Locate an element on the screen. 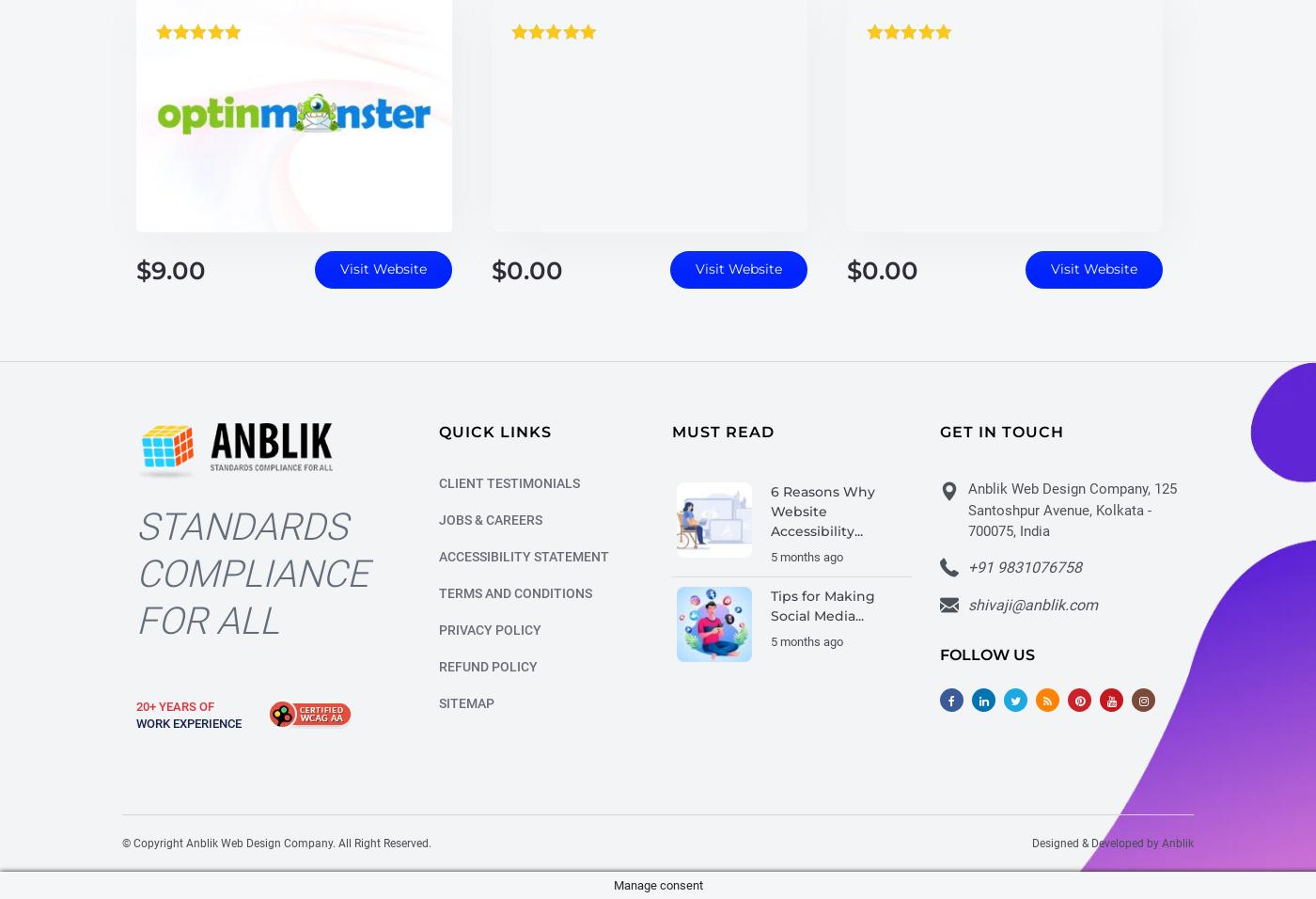 The width and height of the screenshot is (1316, 899). 'Accessibility Statement' is located at coordinates (524, 559).